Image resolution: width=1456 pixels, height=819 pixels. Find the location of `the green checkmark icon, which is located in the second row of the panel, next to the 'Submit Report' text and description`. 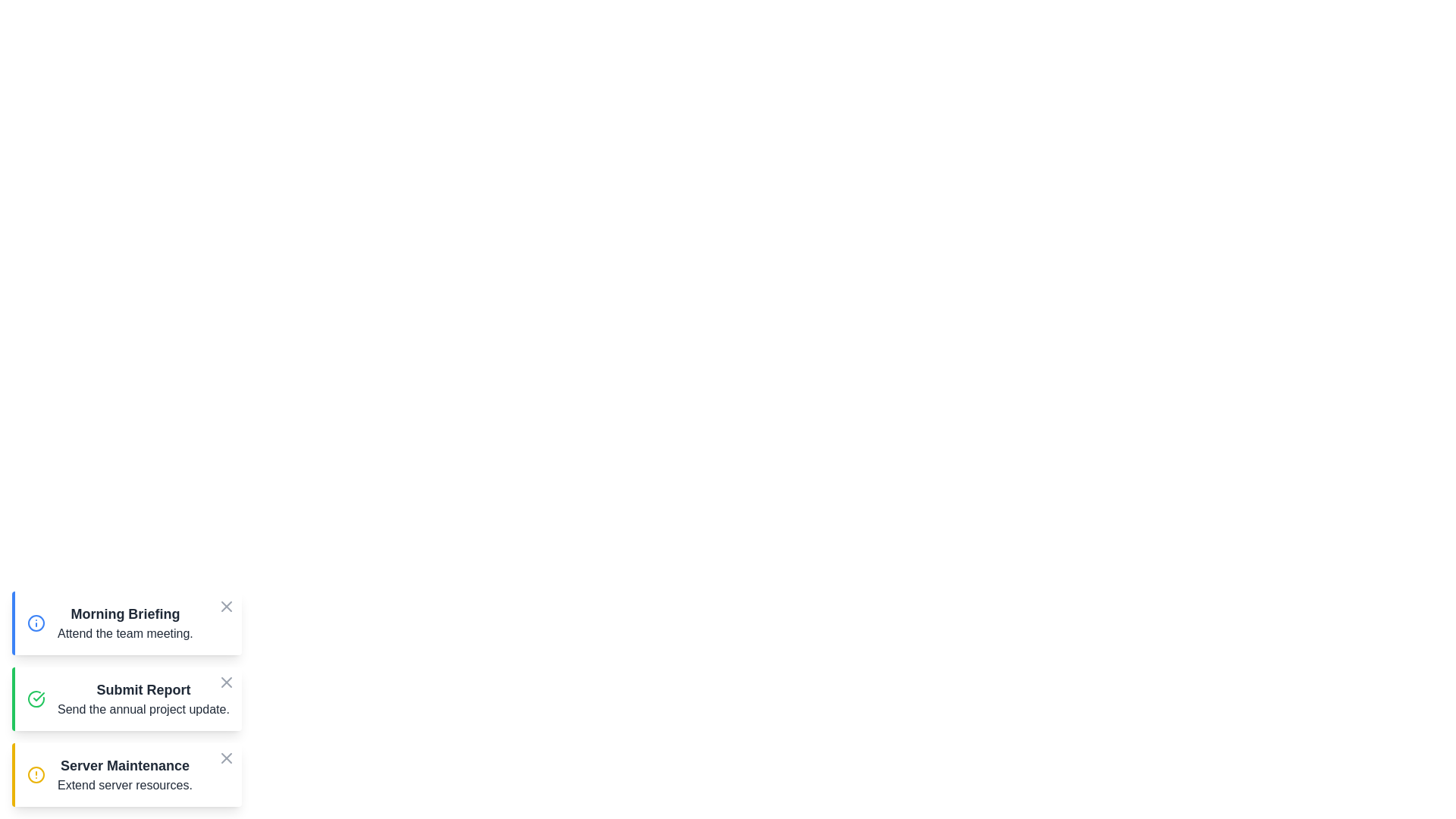

the green checkmark icon, which is located in the second row of the panel, next to the 'Submit Report' text and description is located at coordinates (39, 696).